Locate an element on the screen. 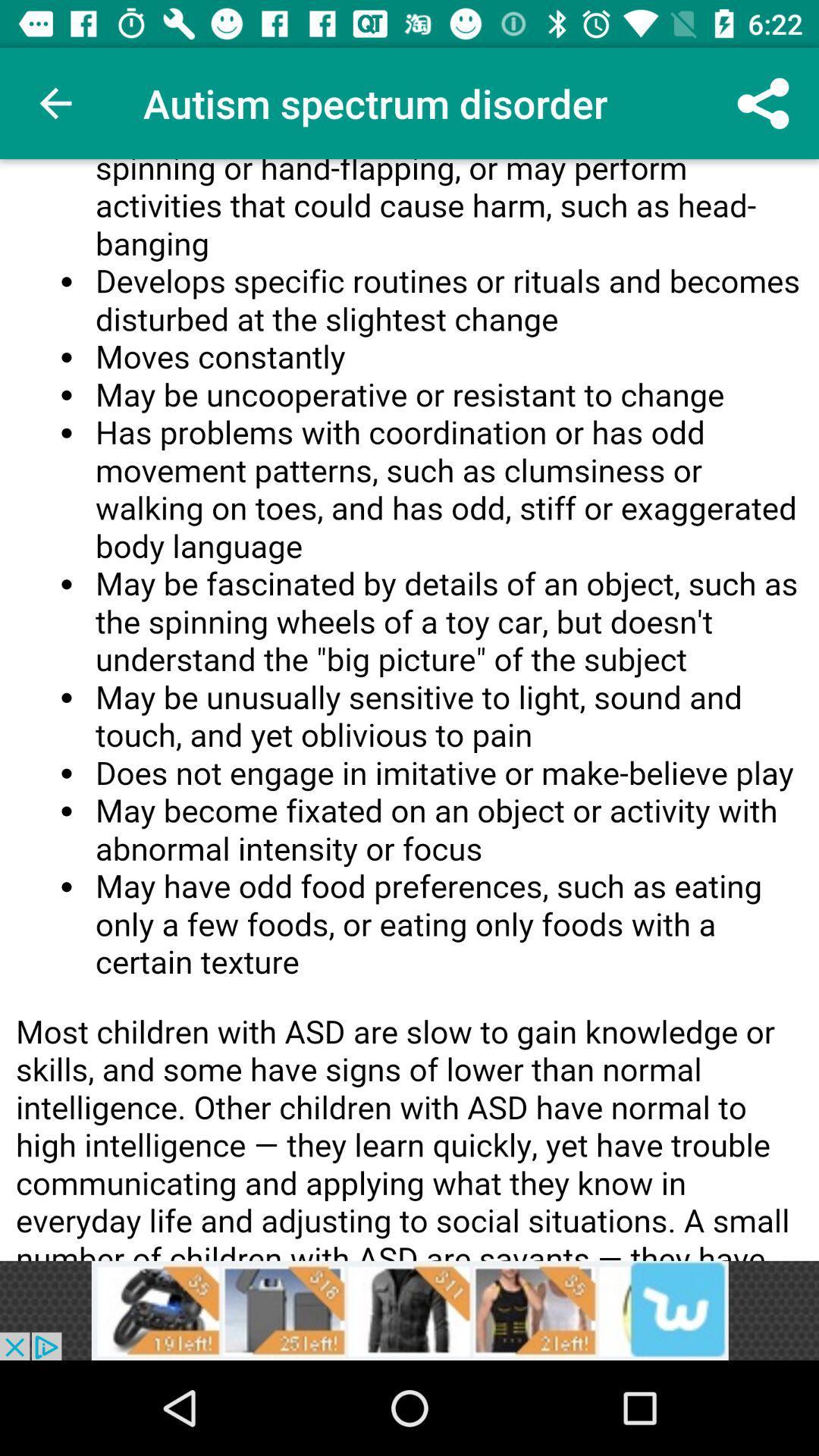  advadisment app is located at coordinates (409, 1310).